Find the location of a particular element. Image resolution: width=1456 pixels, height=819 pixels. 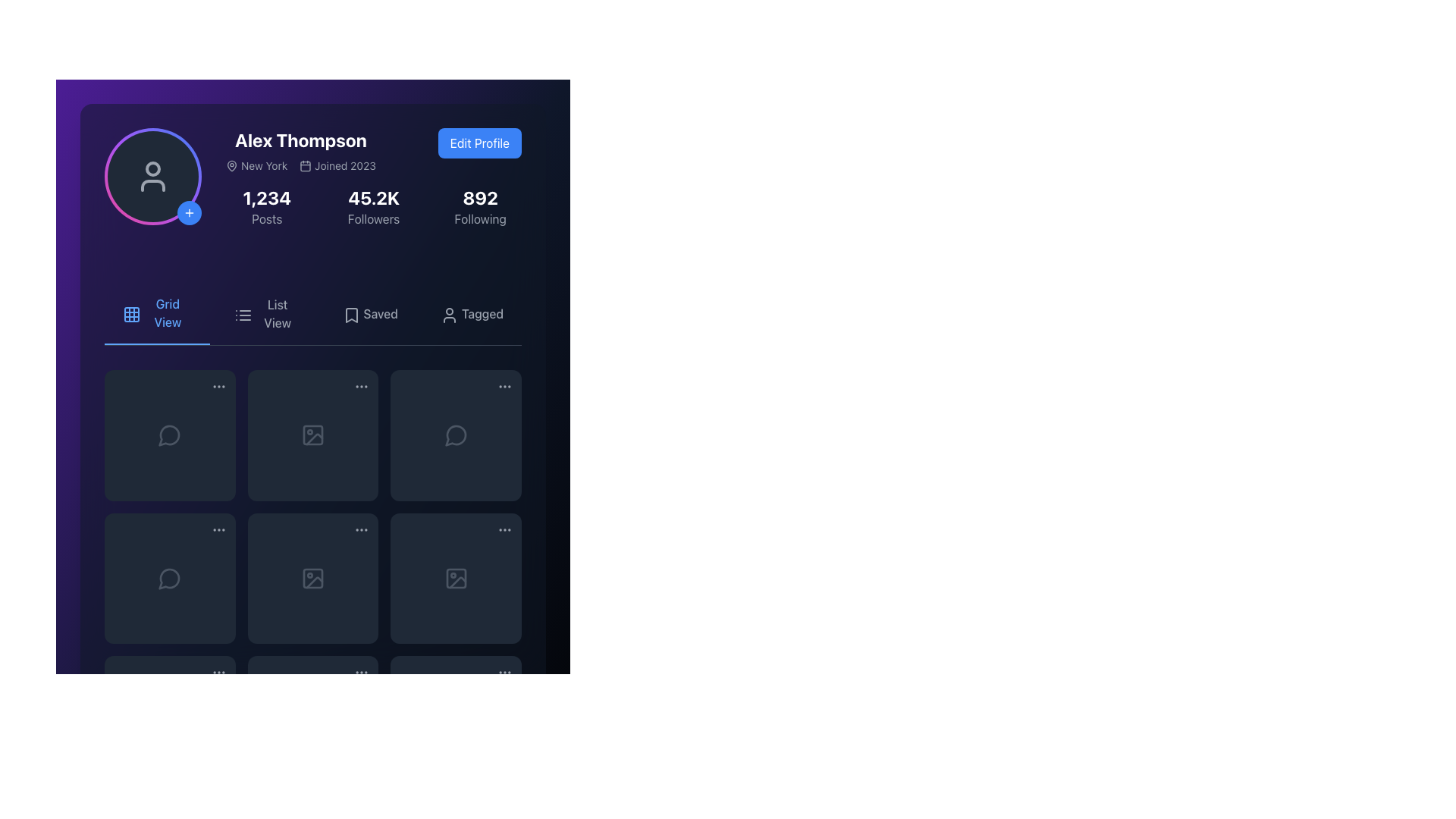

assistive technology is located at coordinates (278, 312).